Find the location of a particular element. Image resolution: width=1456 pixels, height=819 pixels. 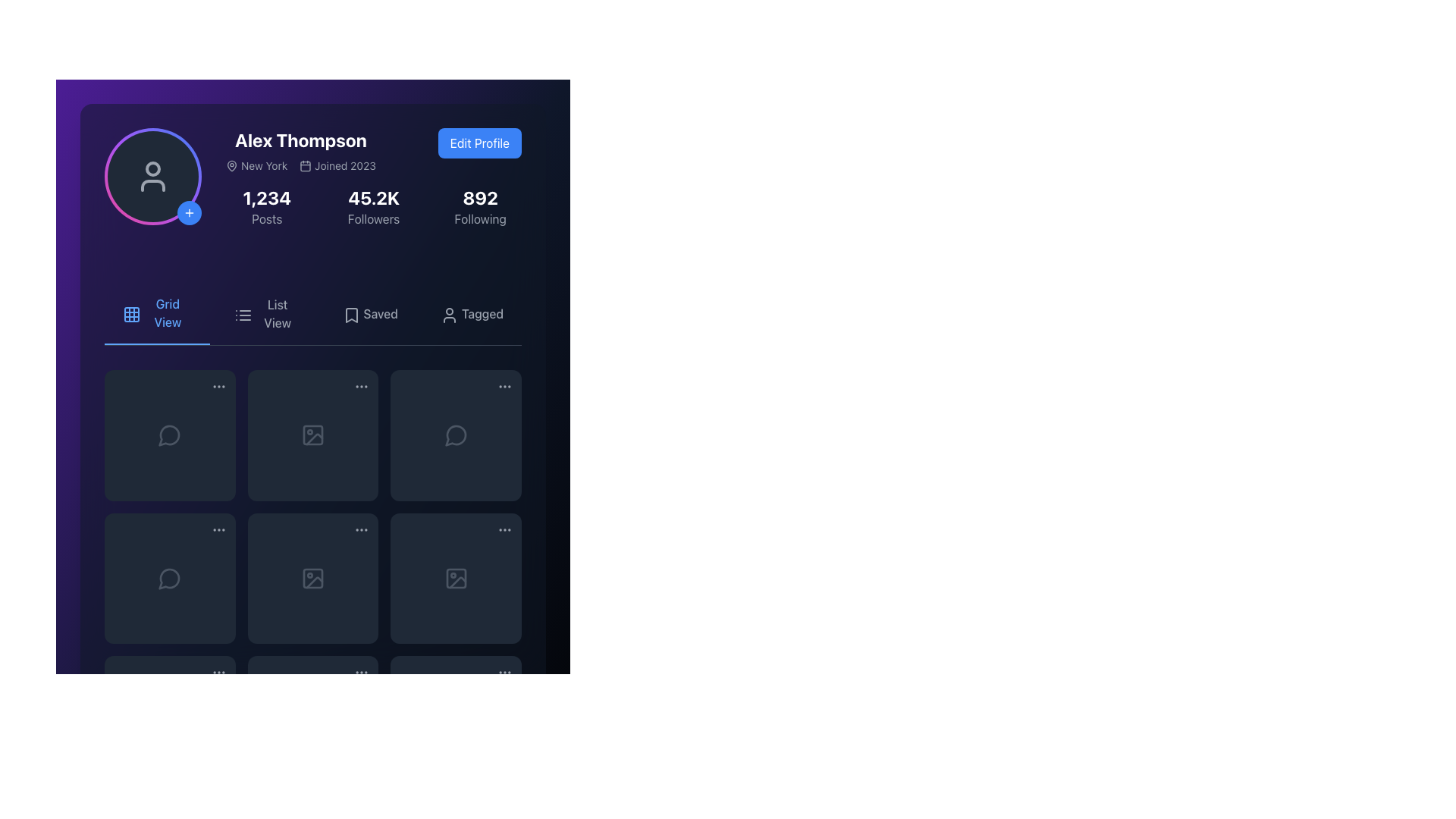

assistive technology is located at coordinates (278, 312).